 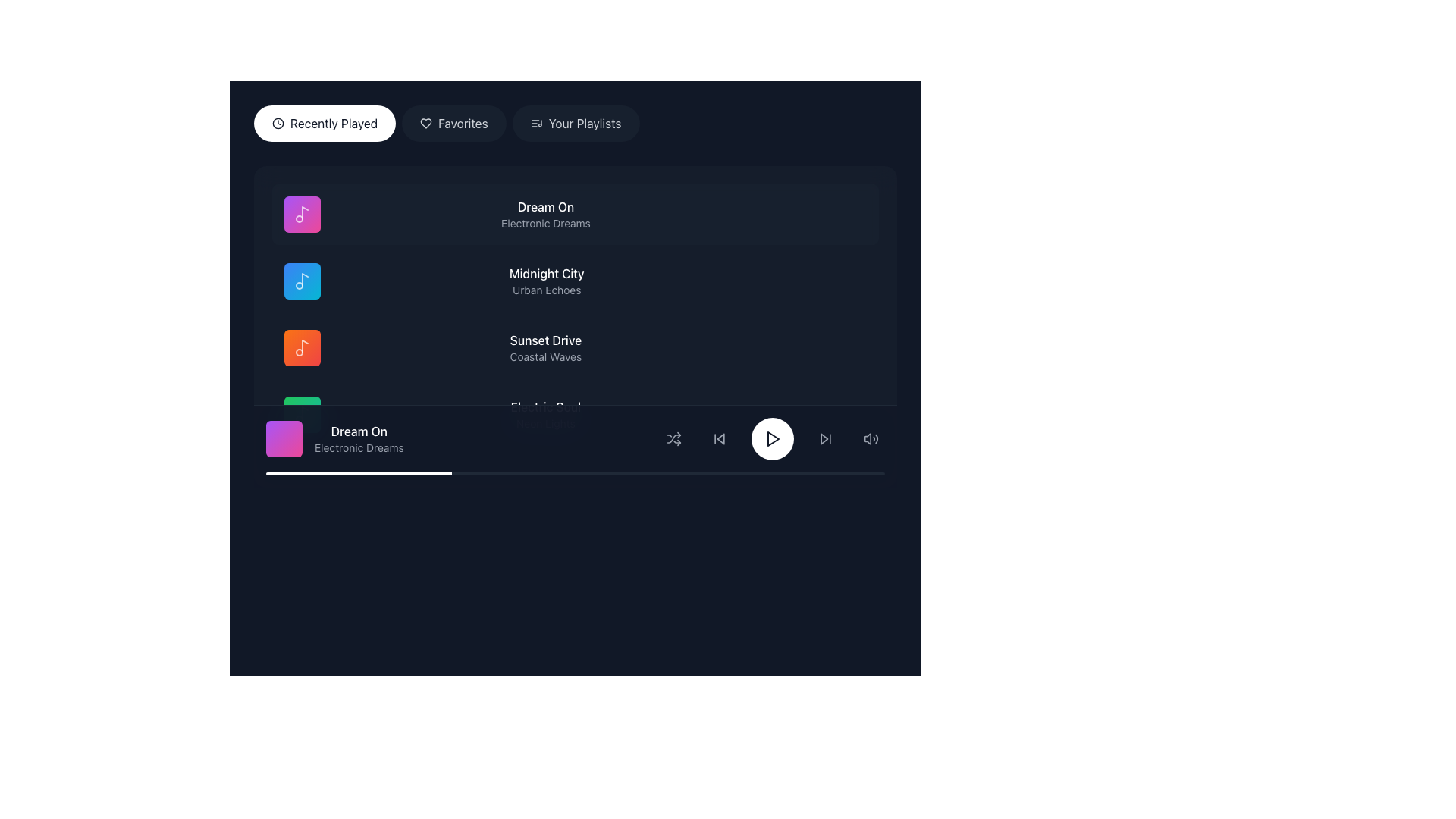 What do you see at coordinates (536, 122) in the screenshot?
I see `the music playlists icon located within the 'Your Playlists' button, which is aligned to the left of the text label` at bounding box center [536, 122].